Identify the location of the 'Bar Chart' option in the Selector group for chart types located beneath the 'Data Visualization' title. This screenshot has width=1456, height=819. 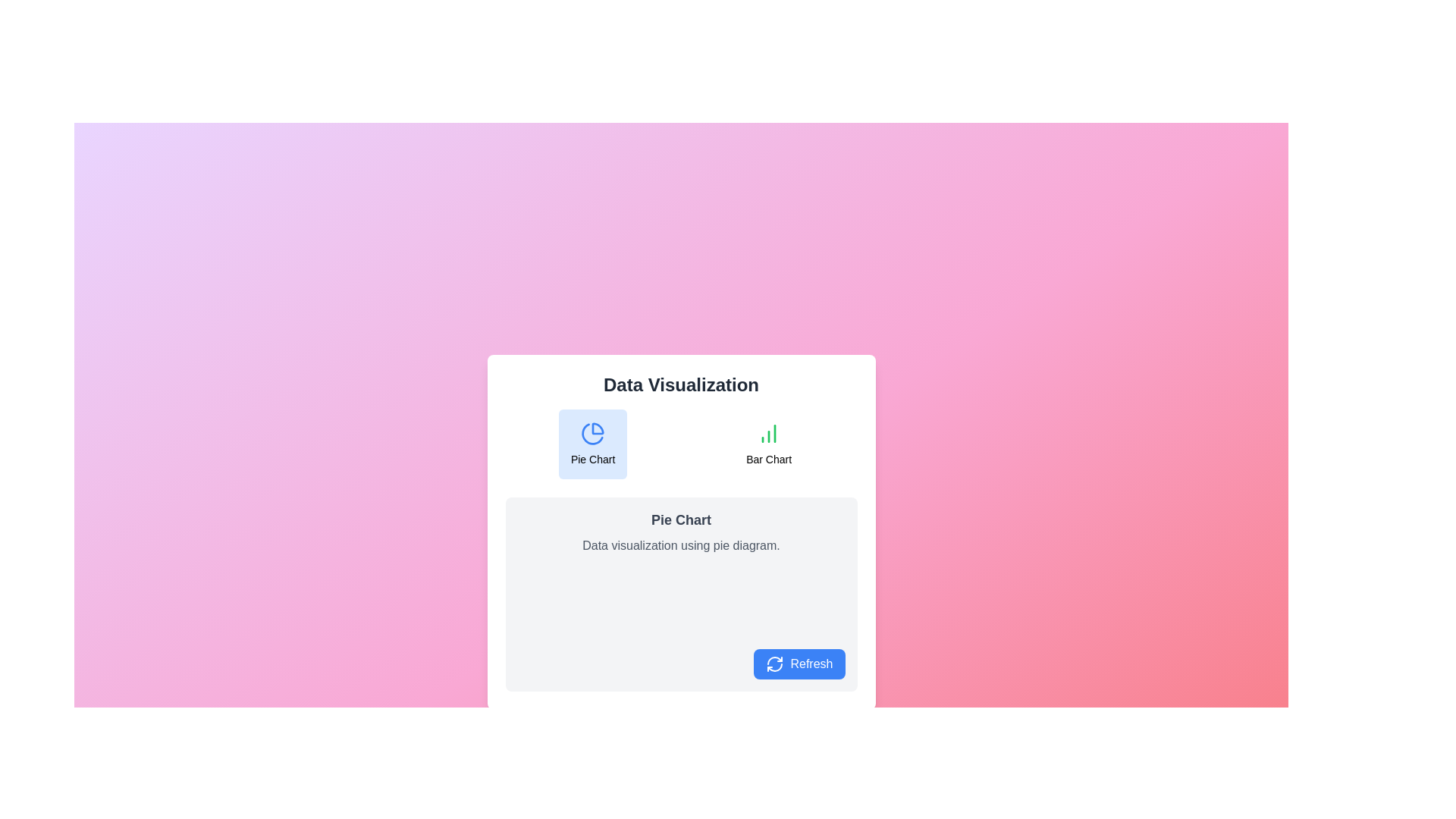
(680, 444).